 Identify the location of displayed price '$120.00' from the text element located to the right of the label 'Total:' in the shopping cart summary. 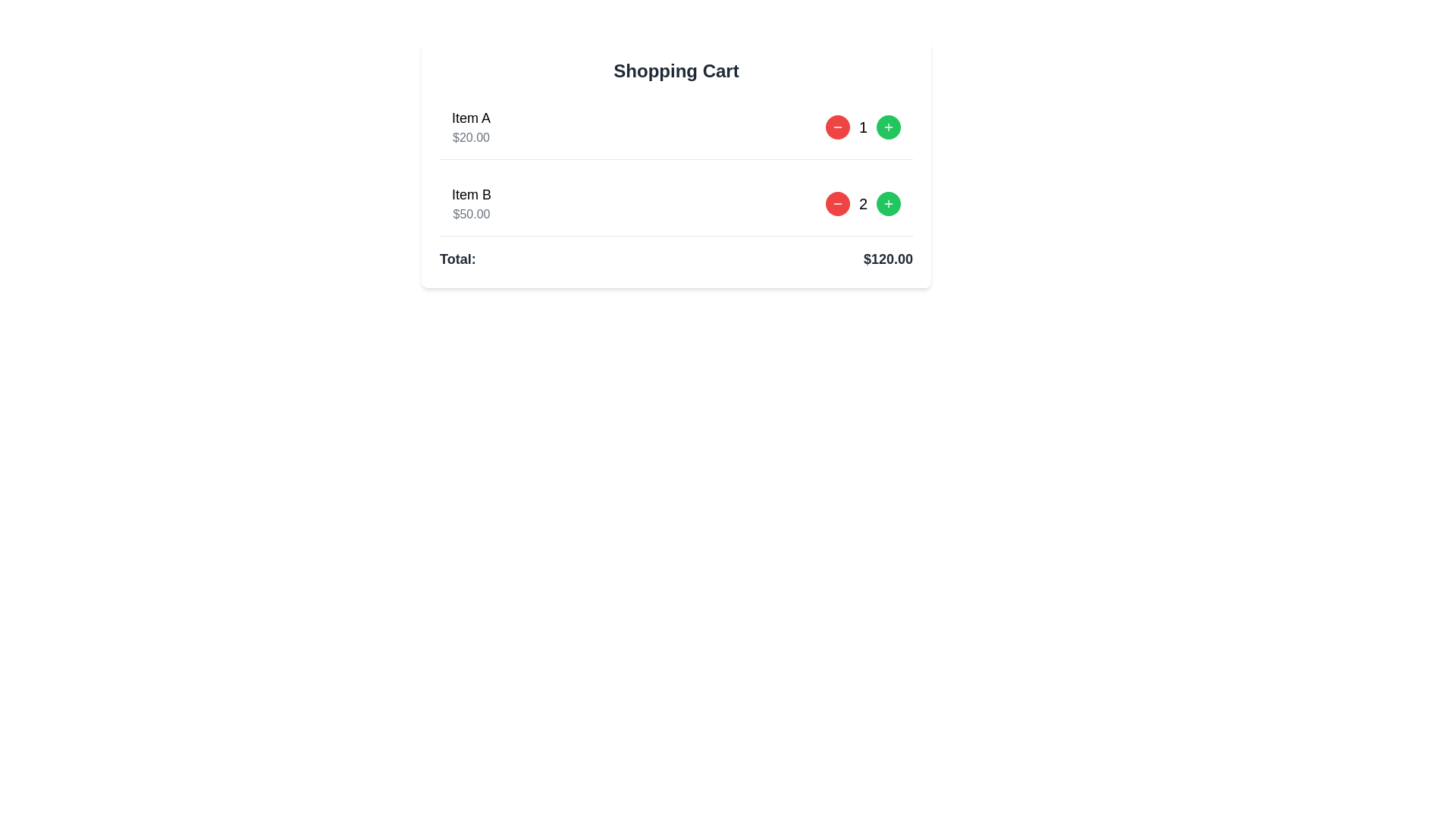
(888, 259).